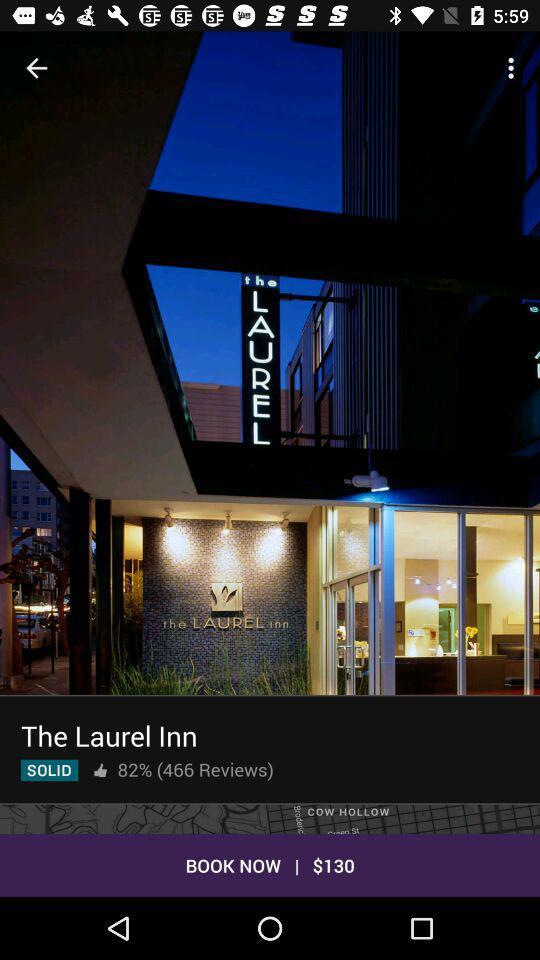 The width and height of the screenshot is (540, 960). What do you see at coordinates (270, 398) in the screenshot?
I see `icon above the laurel inn` at bounding box center [270, 398].